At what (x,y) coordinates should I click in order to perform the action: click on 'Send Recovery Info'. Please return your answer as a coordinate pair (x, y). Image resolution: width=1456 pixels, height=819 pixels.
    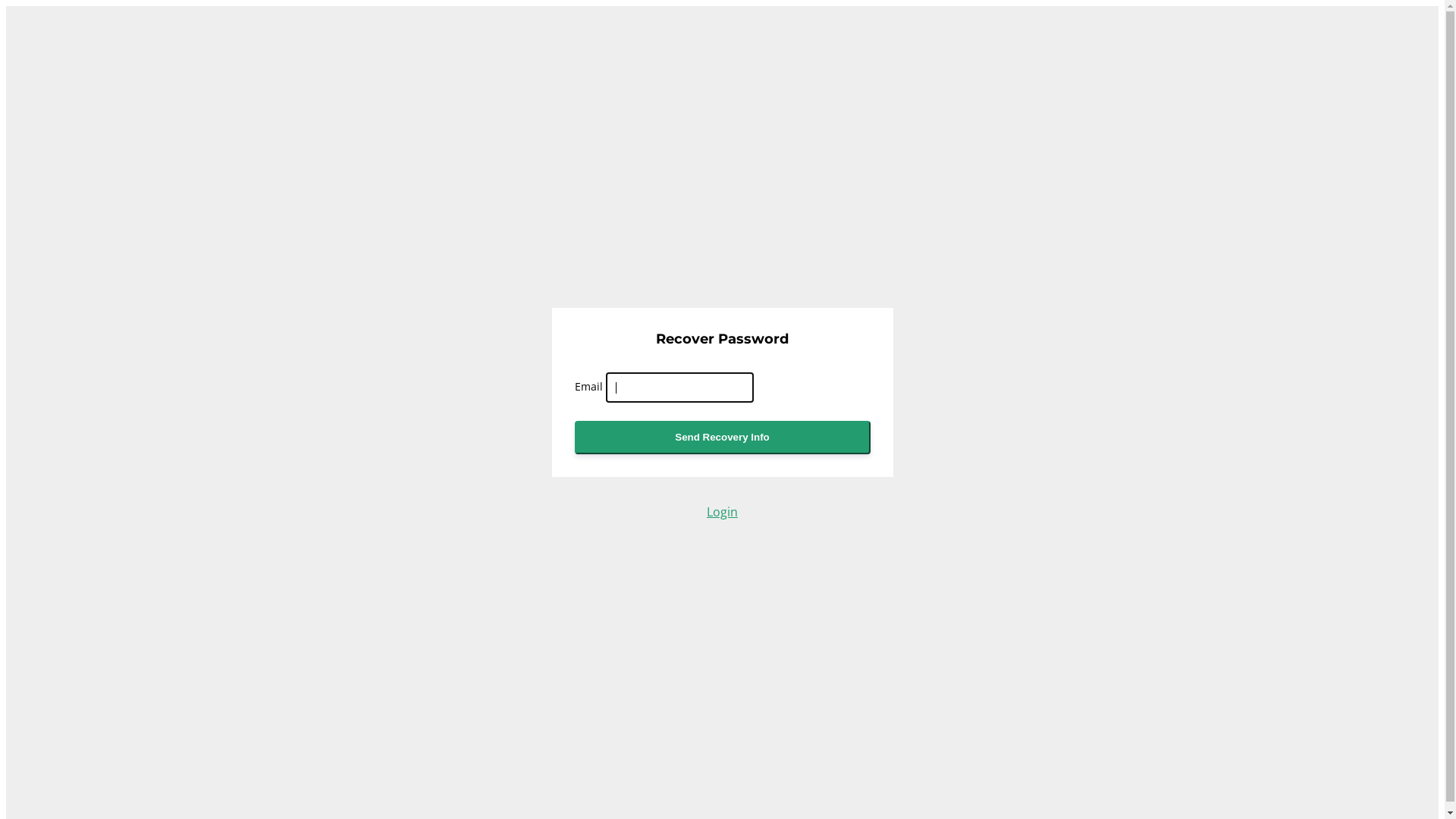
    Looking at the image, I should click on (722, 438).